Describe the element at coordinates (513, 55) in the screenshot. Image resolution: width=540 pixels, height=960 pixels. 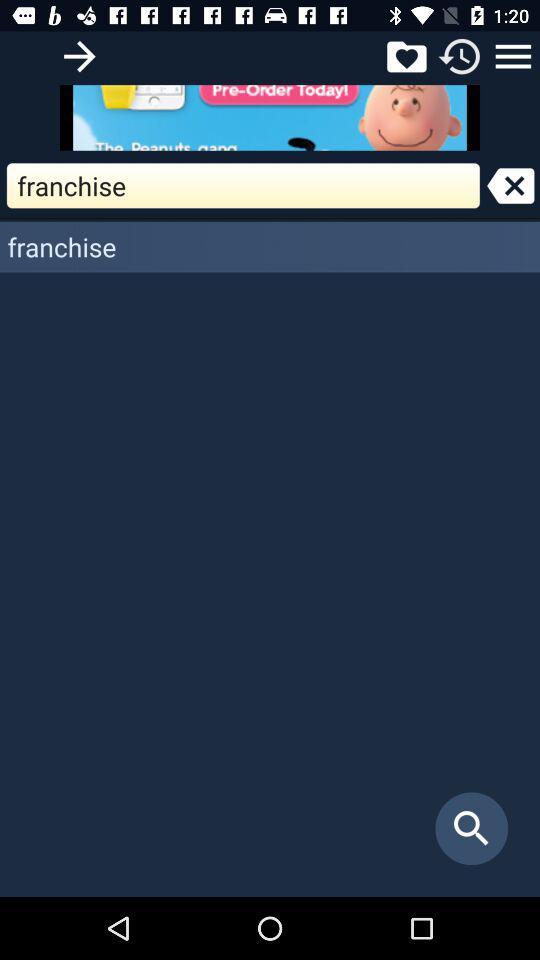
I see `open the menu` at that location.